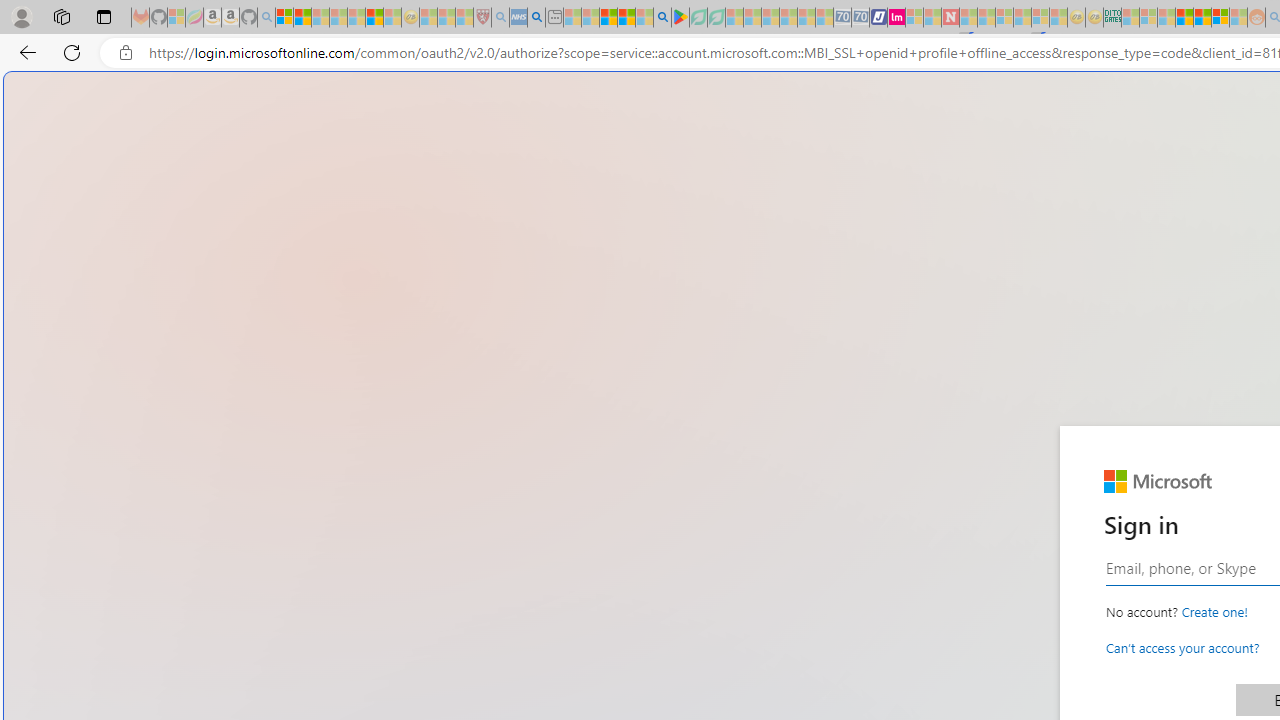  Describe the element at coordinates (1201, 17) in the screenshot. I see `'Kinda Frugal - MSN'` at that location.